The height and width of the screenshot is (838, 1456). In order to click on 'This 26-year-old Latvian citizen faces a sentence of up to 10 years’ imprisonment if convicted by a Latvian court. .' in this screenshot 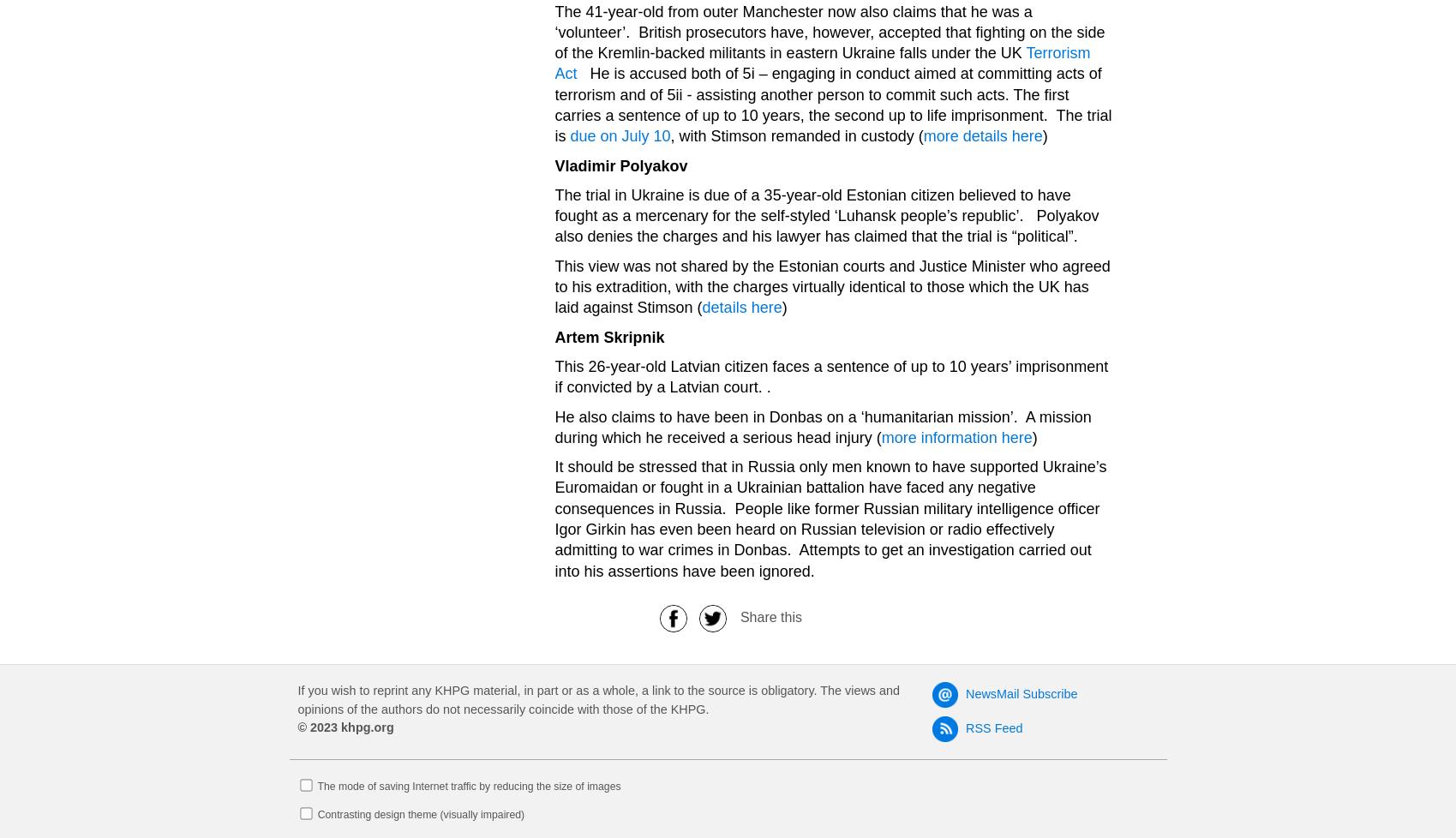, I will do `click(830, 375)`.